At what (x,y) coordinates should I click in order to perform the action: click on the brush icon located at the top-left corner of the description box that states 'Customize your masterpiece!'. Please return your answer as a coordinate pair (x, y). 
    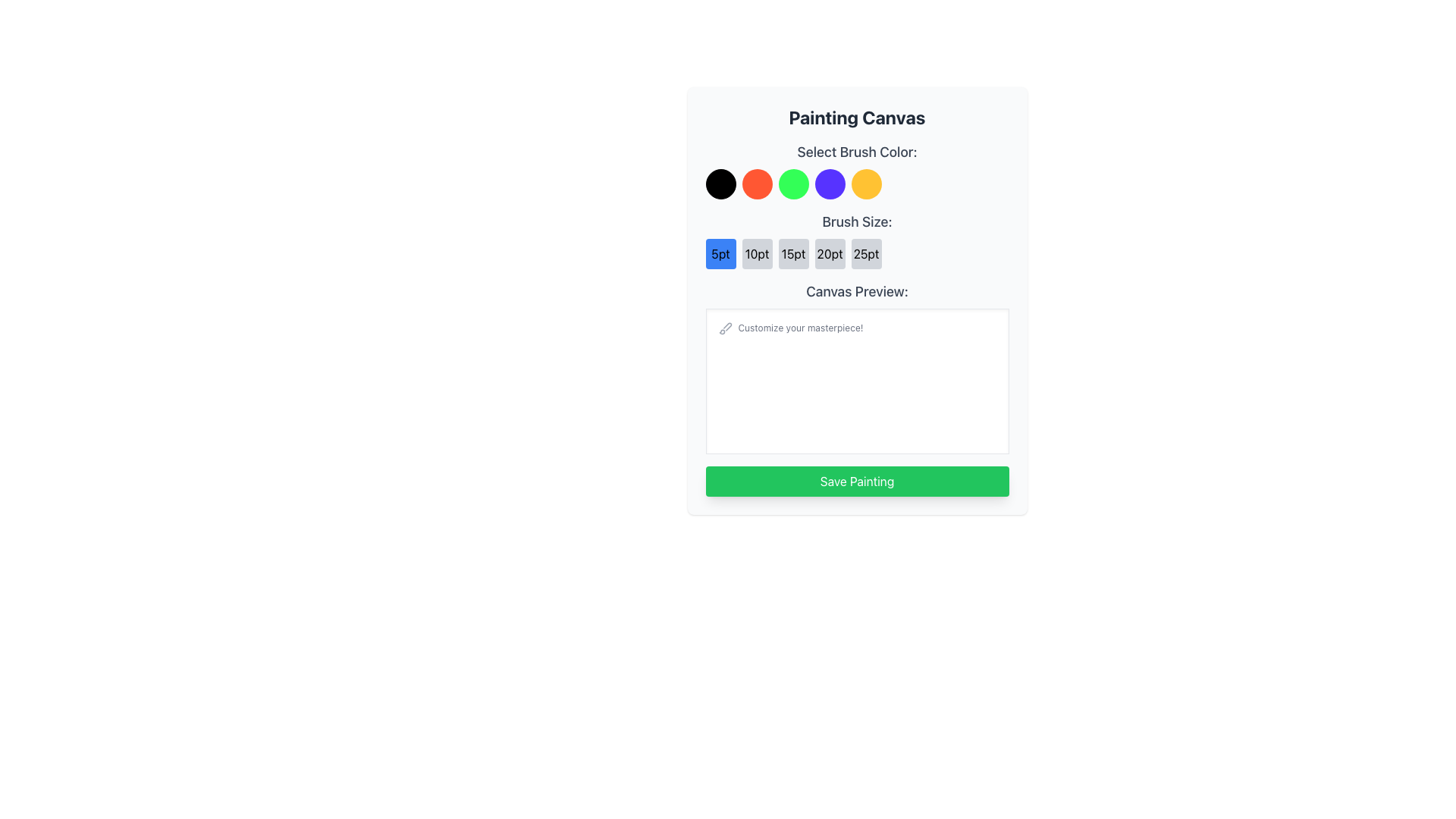
    Looking at the image, I should click on (724, 327).